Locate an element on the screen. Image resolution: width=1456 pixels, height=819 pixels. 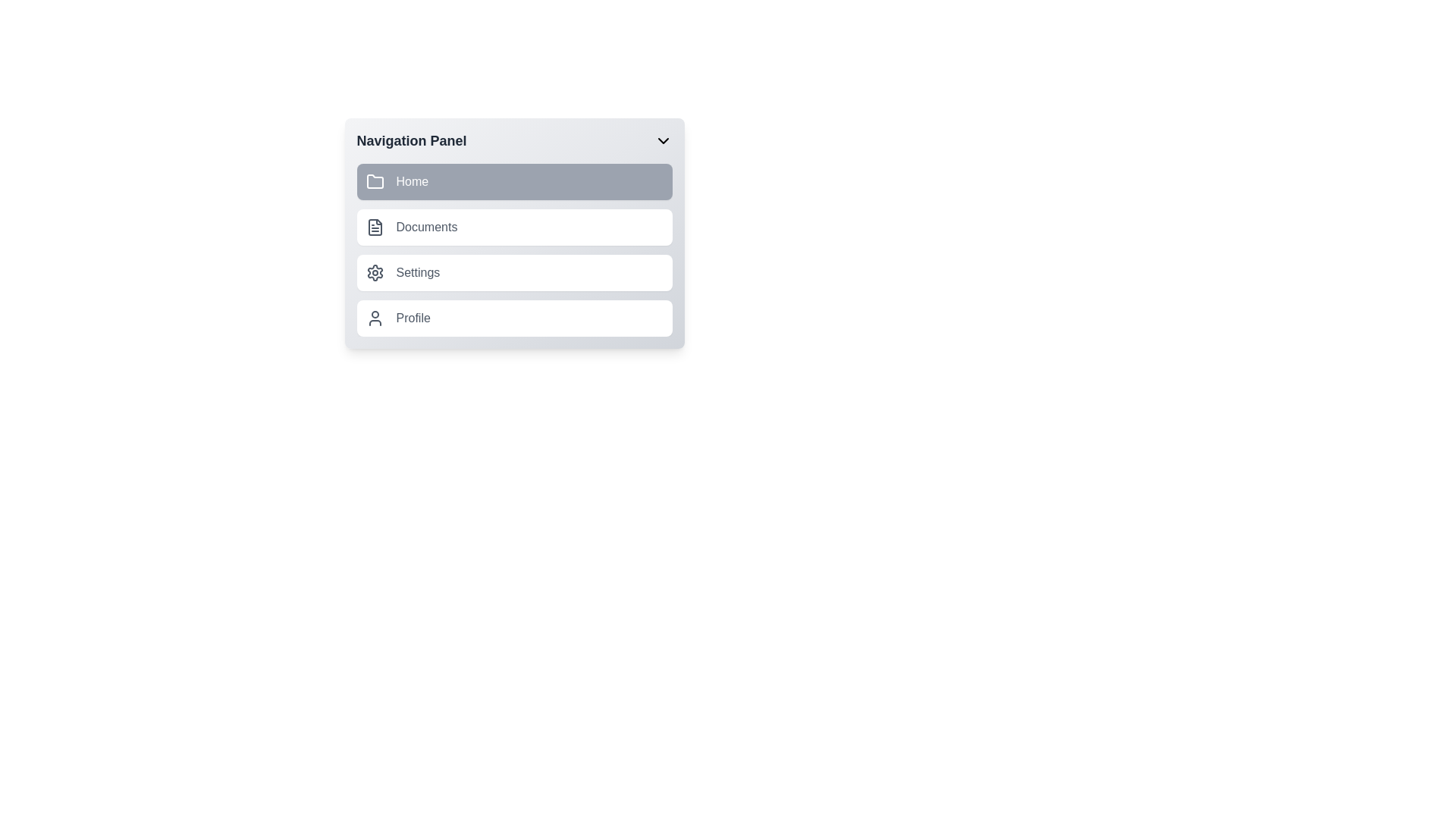
the user figure icon located in the 'Profile' row of the vertical navigation menu, positioned to the left of the 'Profile' label text is located at coordinates (375, 318).